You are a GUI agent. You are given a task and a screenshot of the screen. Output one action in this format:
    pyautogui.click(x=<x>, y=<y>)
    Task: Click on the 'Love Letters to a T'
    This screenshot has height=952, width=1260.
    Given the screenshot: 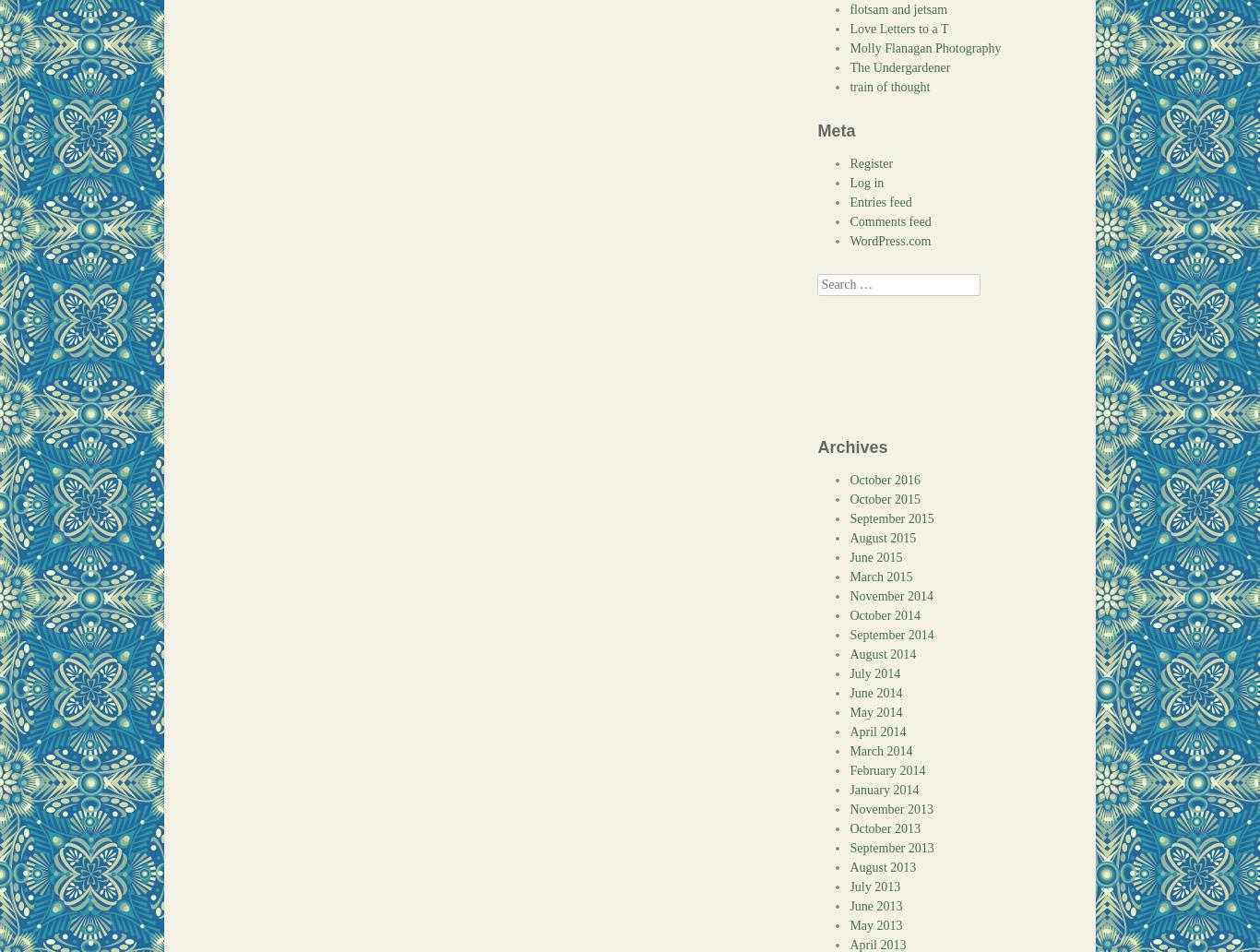 What is the action you would take?
    pyautogui.click(x=898, y=29)
    